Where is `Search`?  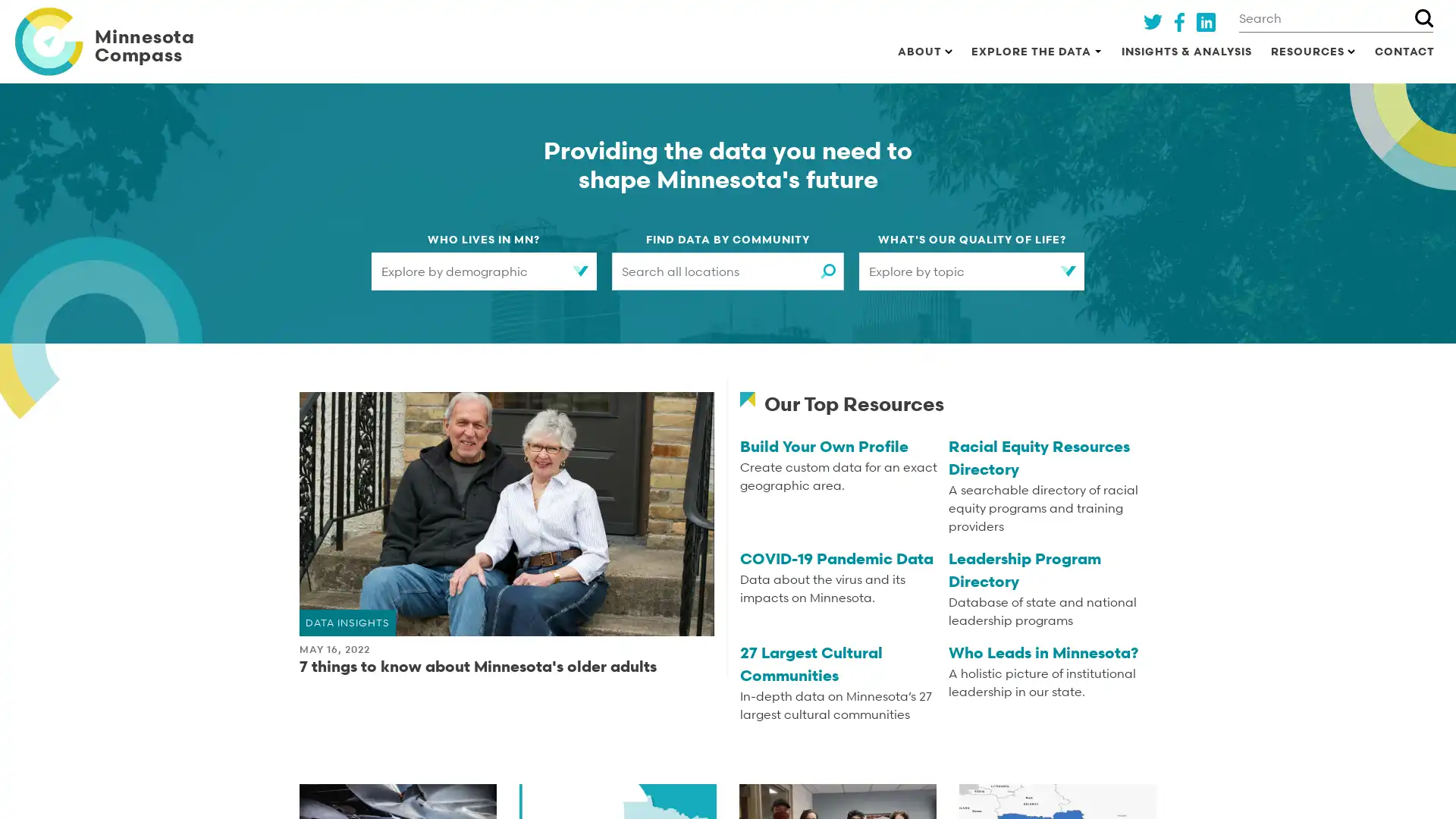 Search is located at coordinates (1423, 17).